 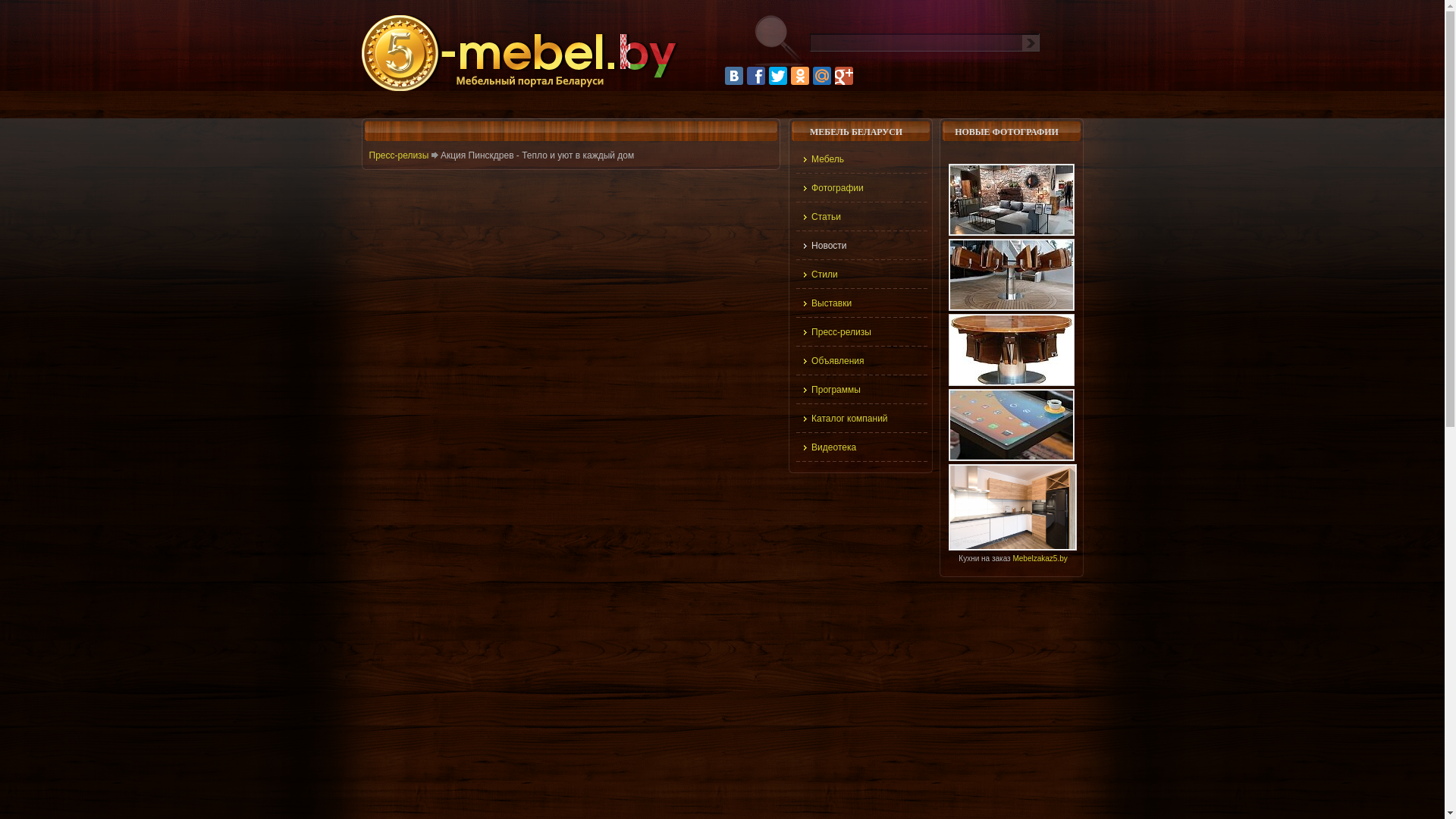 I want to click on 'Twitter', so click(x=778, y=76).